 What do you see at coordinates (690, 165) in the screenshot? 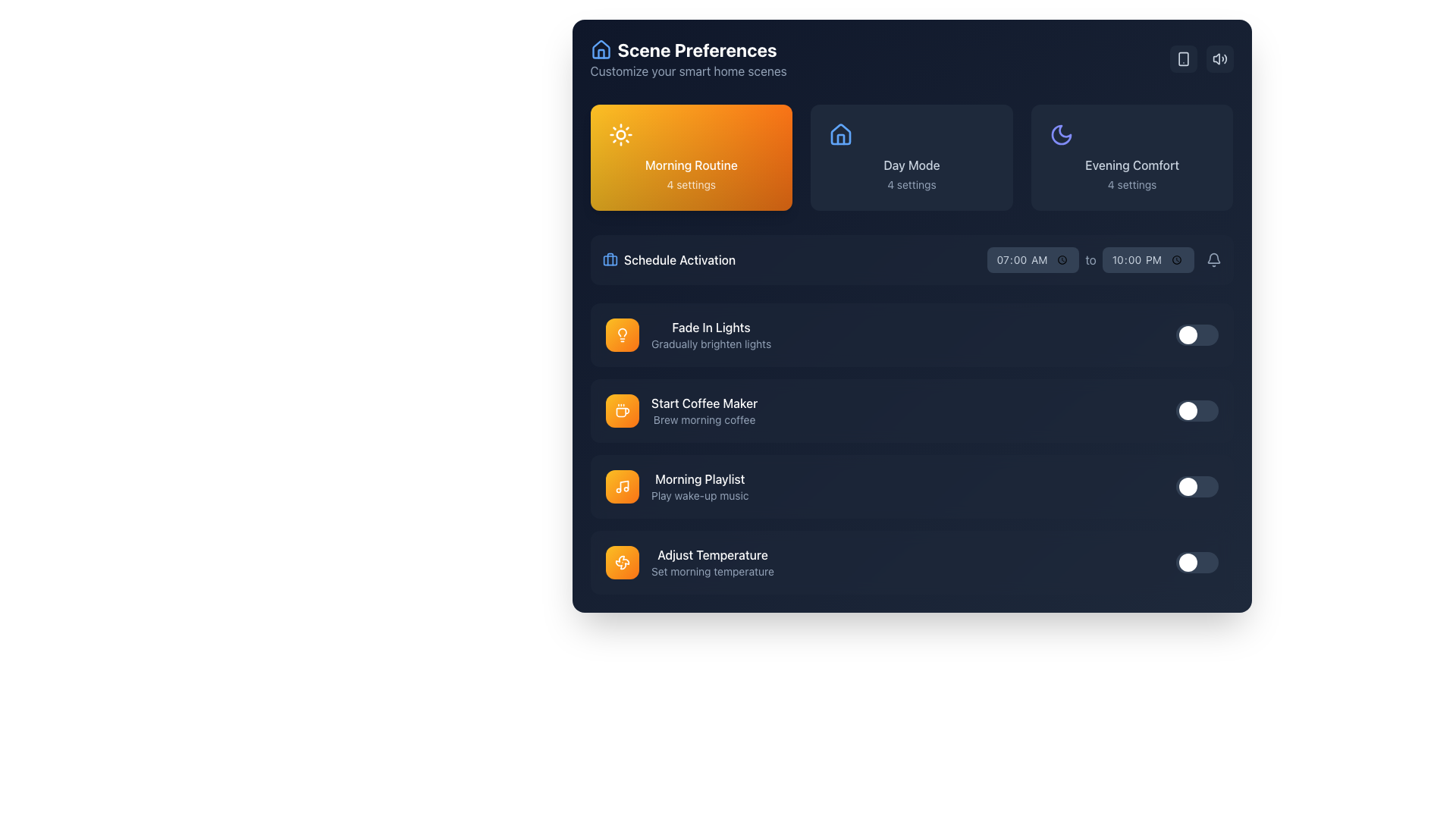
I see `the 'Morning Routine' text label, which is part of the smart home settings interface and located under the 'Scene Preferences' heading, centered horizontally in the leftmost card` at bounding box center [690, 165].